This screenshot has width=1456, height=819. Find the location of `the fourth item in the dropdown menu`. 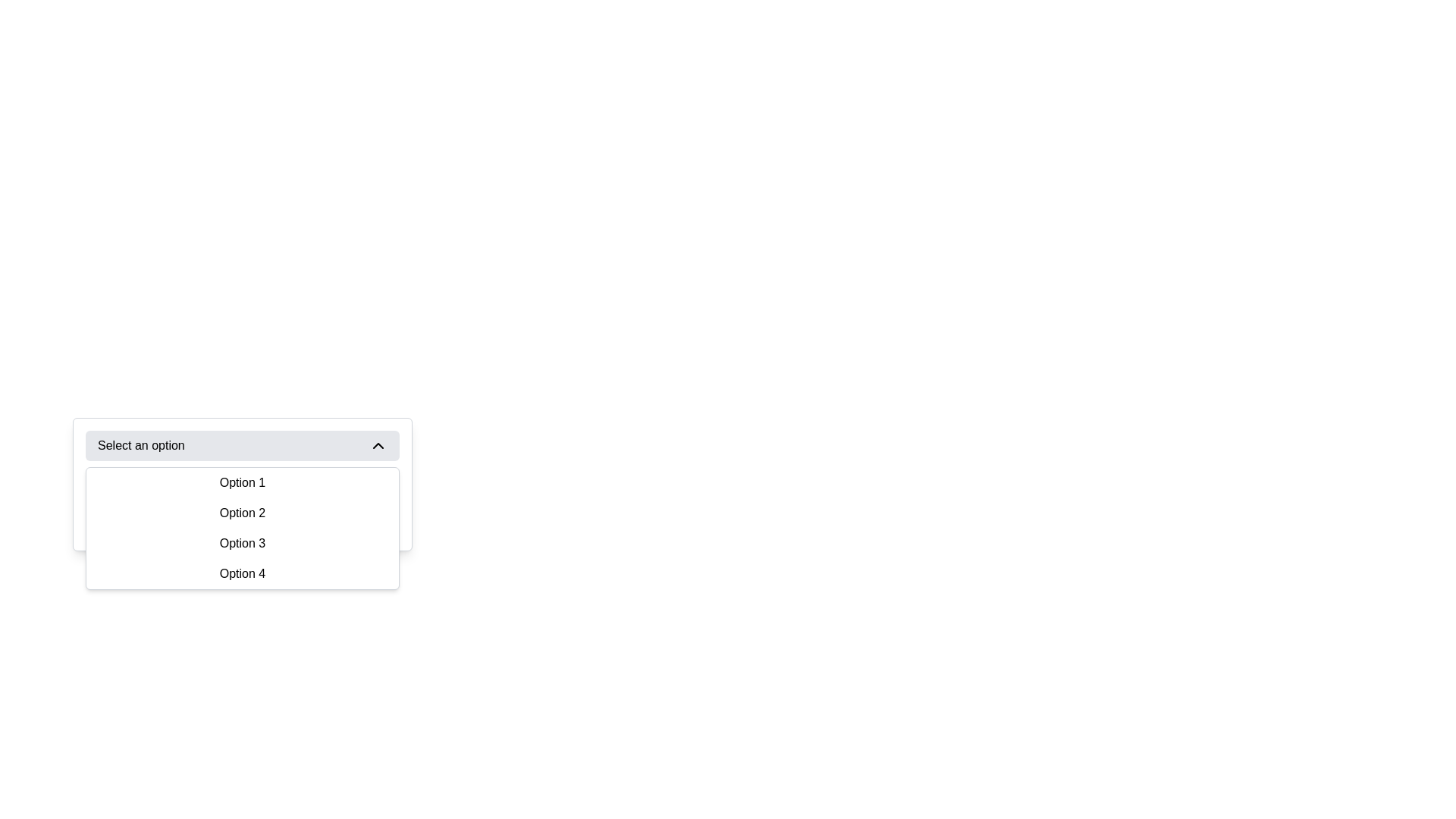

the fourth item in the dropdown menu is located at coordinates (243, 573).